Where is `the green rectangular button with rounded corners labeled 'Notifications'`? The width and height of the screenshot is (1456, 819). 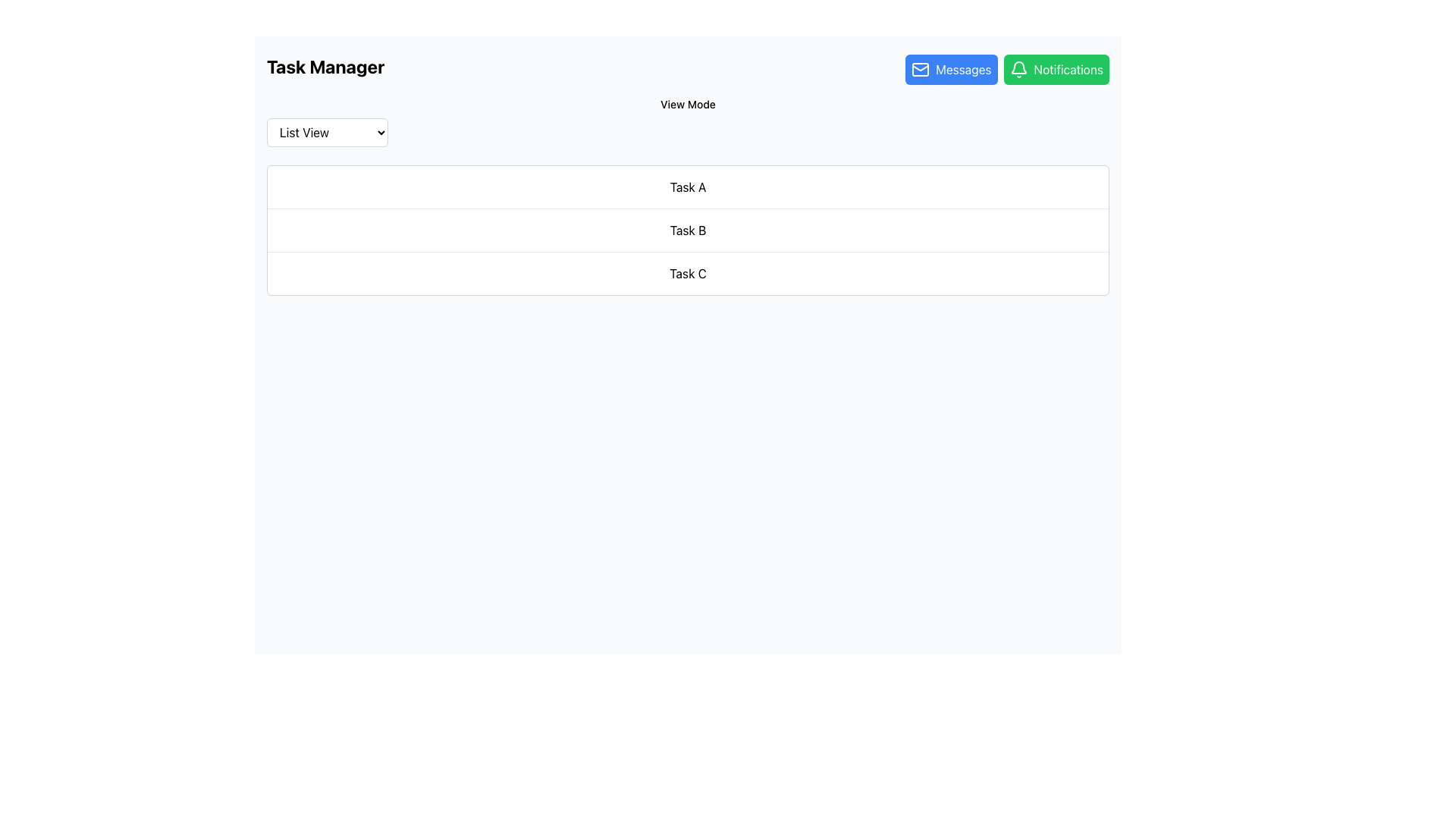 the green rectangular button with rounded corners labeled 'Notifications' is located at coordinates (1055, 70).